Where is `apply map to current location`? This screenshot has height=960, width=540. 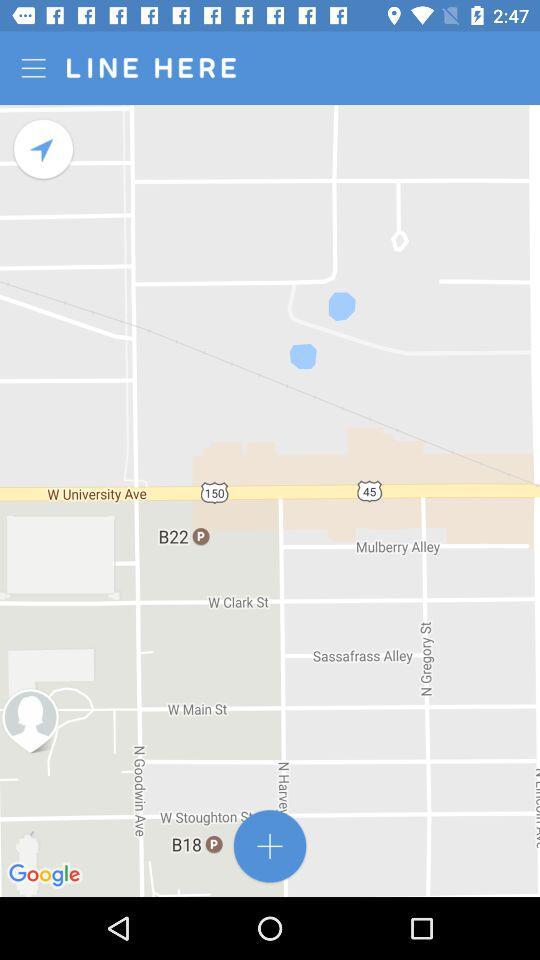 apply map to current location is located at coordinates (44, 148).